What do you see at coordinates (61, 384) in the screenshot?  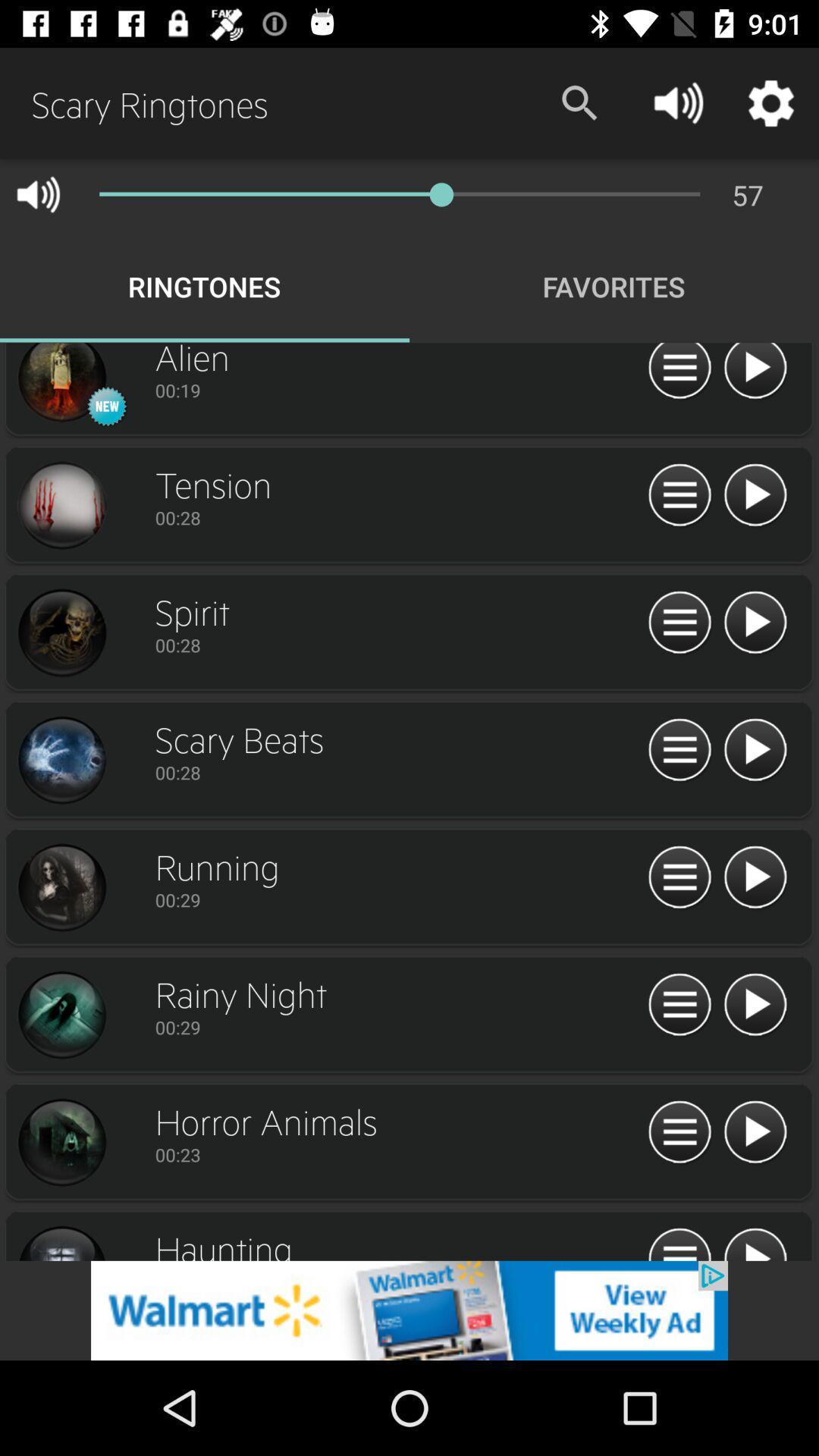 I see `alien ringtone` at bounding box center [61, 384].